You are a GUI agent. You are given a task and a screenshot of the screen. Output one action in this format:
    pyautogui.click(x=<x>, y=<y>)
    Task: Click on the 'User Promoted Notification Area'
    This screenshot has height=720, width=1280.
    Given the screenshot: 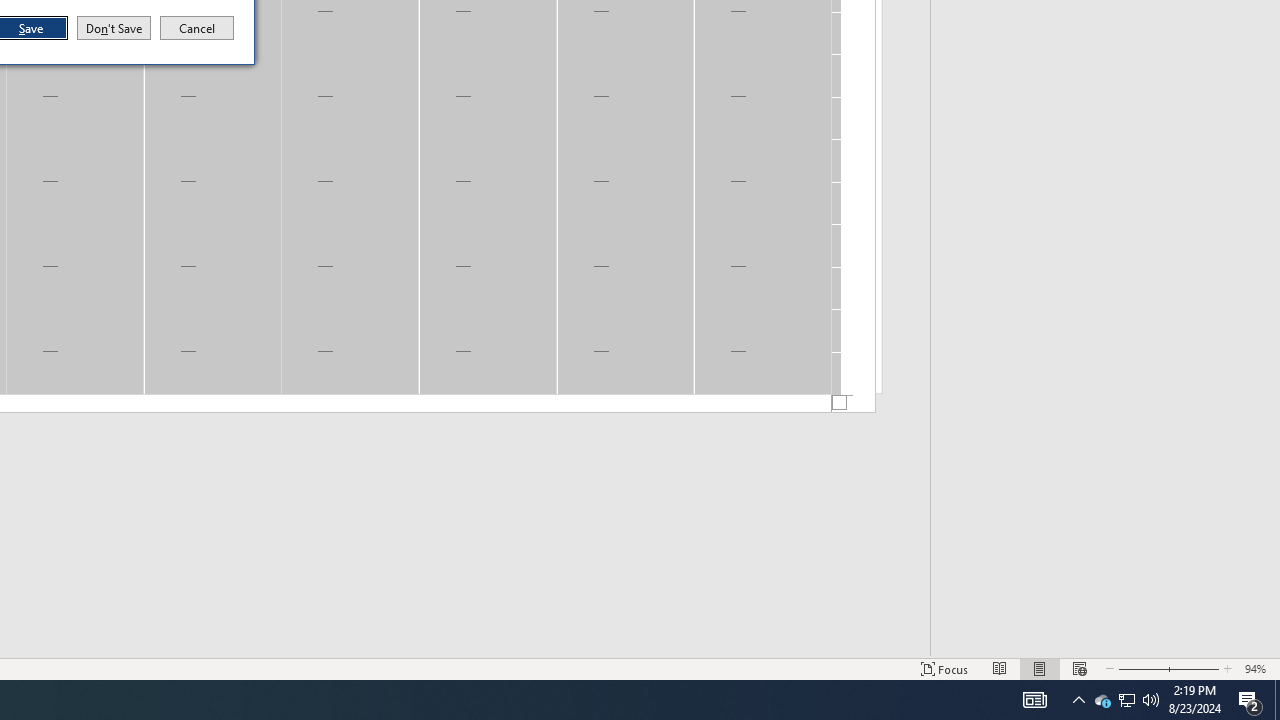 What is the action you would take?
    pyautogui.click(x=1127, y=698)
    